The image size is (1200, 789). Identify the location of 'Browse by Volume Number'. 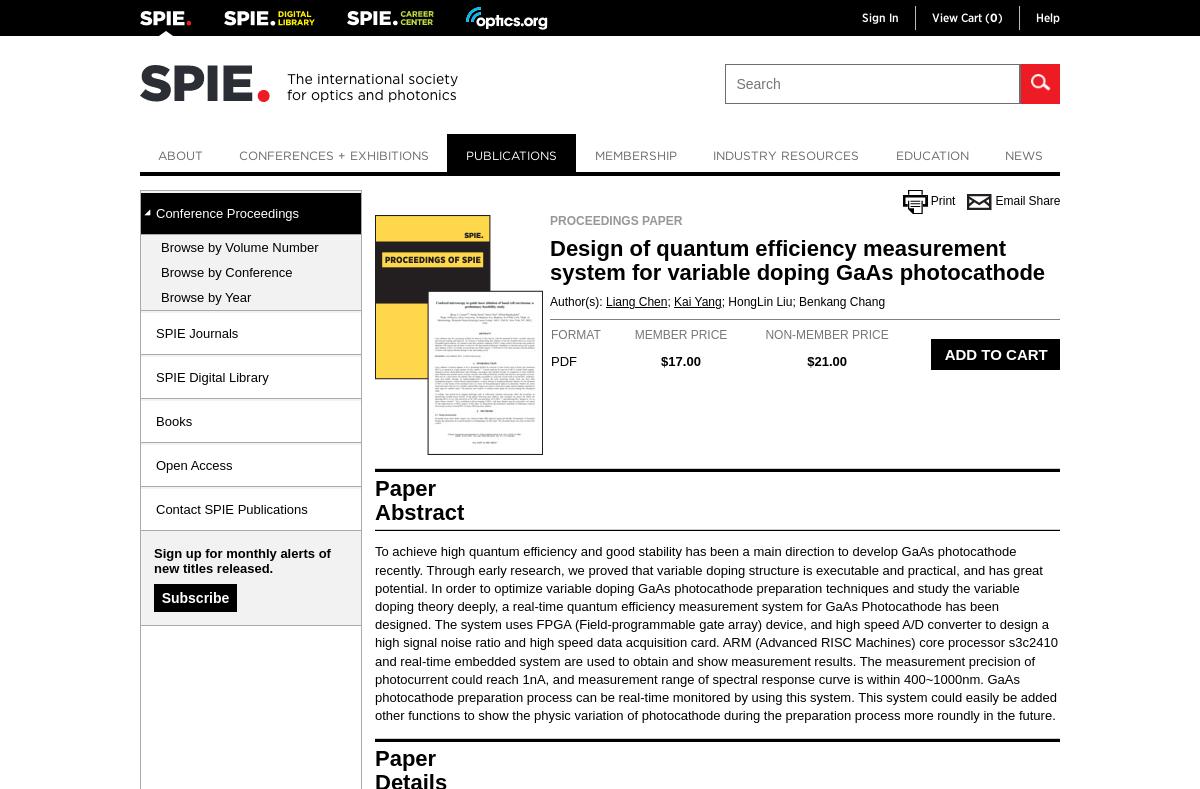
(238, 247).